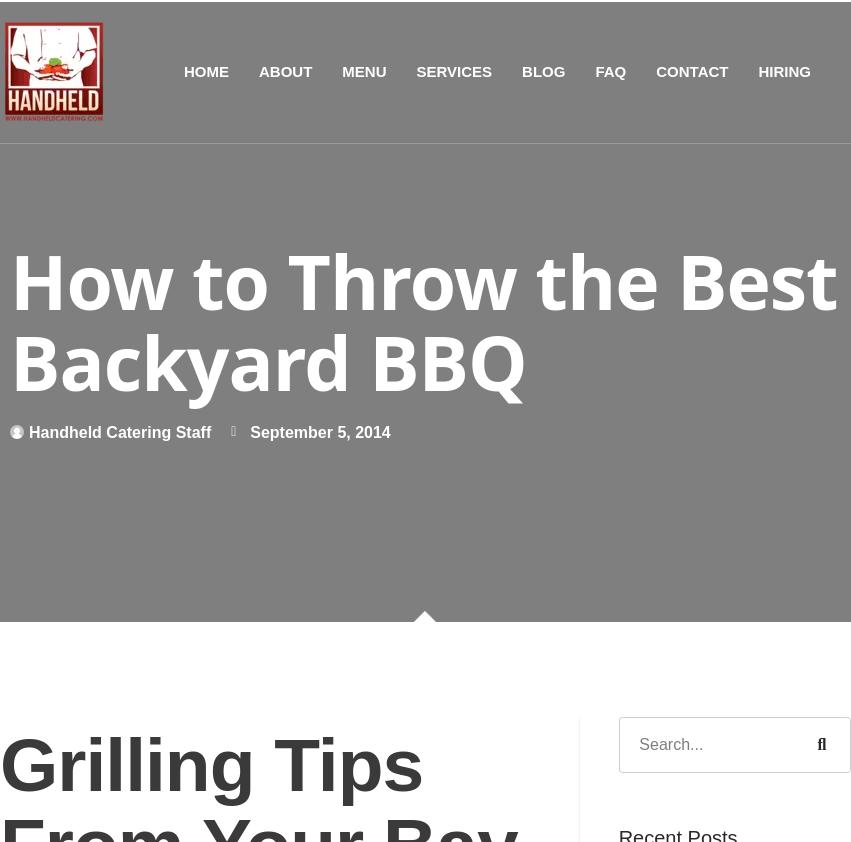 The image size is (851, 842). Describe the element at coordinates (783, 69) in the screenshot. I see `'HIRING'` at that location.